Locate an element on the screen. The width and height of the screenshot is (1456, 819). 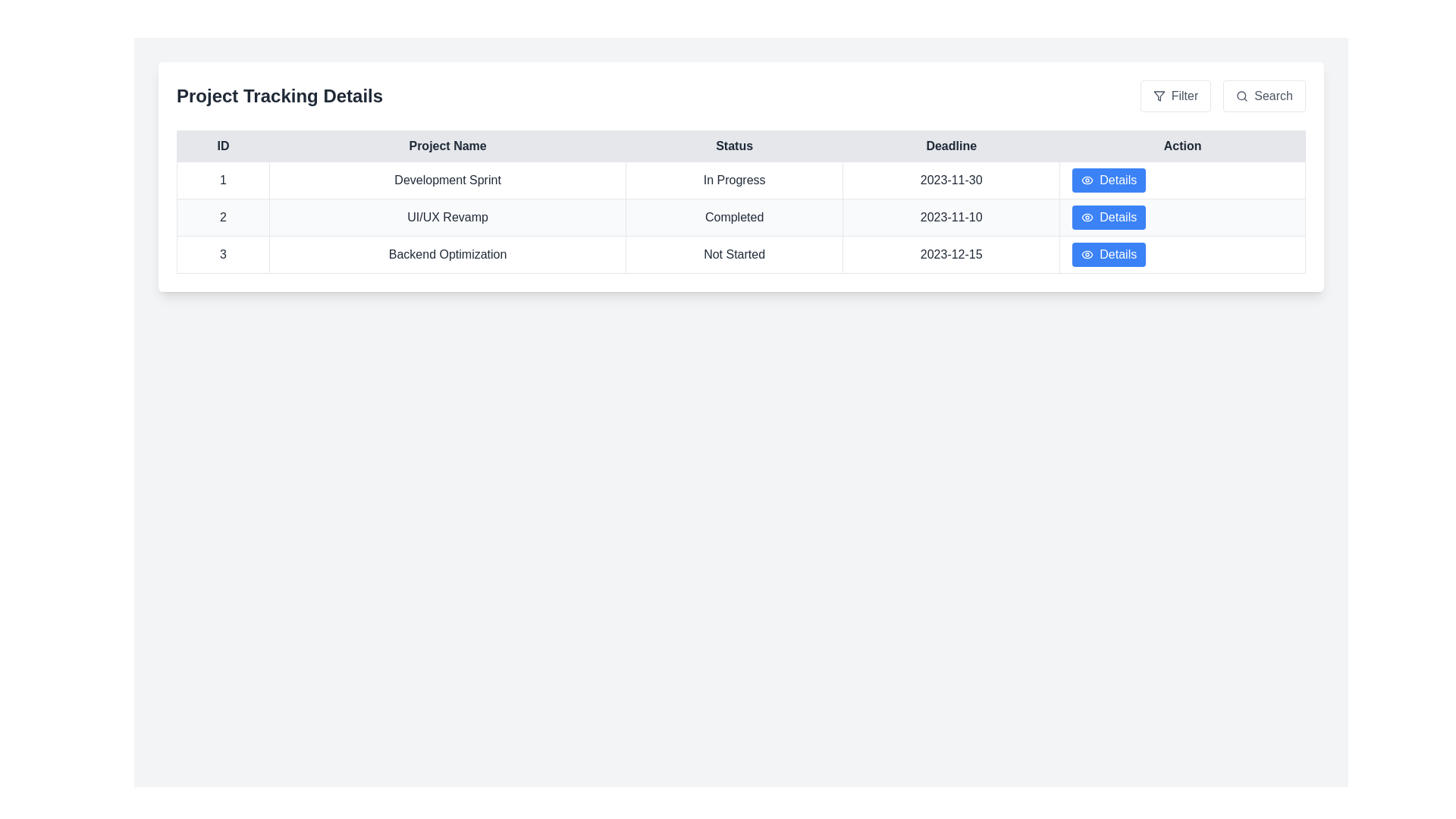
the button located in the 'Action' column of the first row in the project tracking interface is located at coordinates (1109, 180).